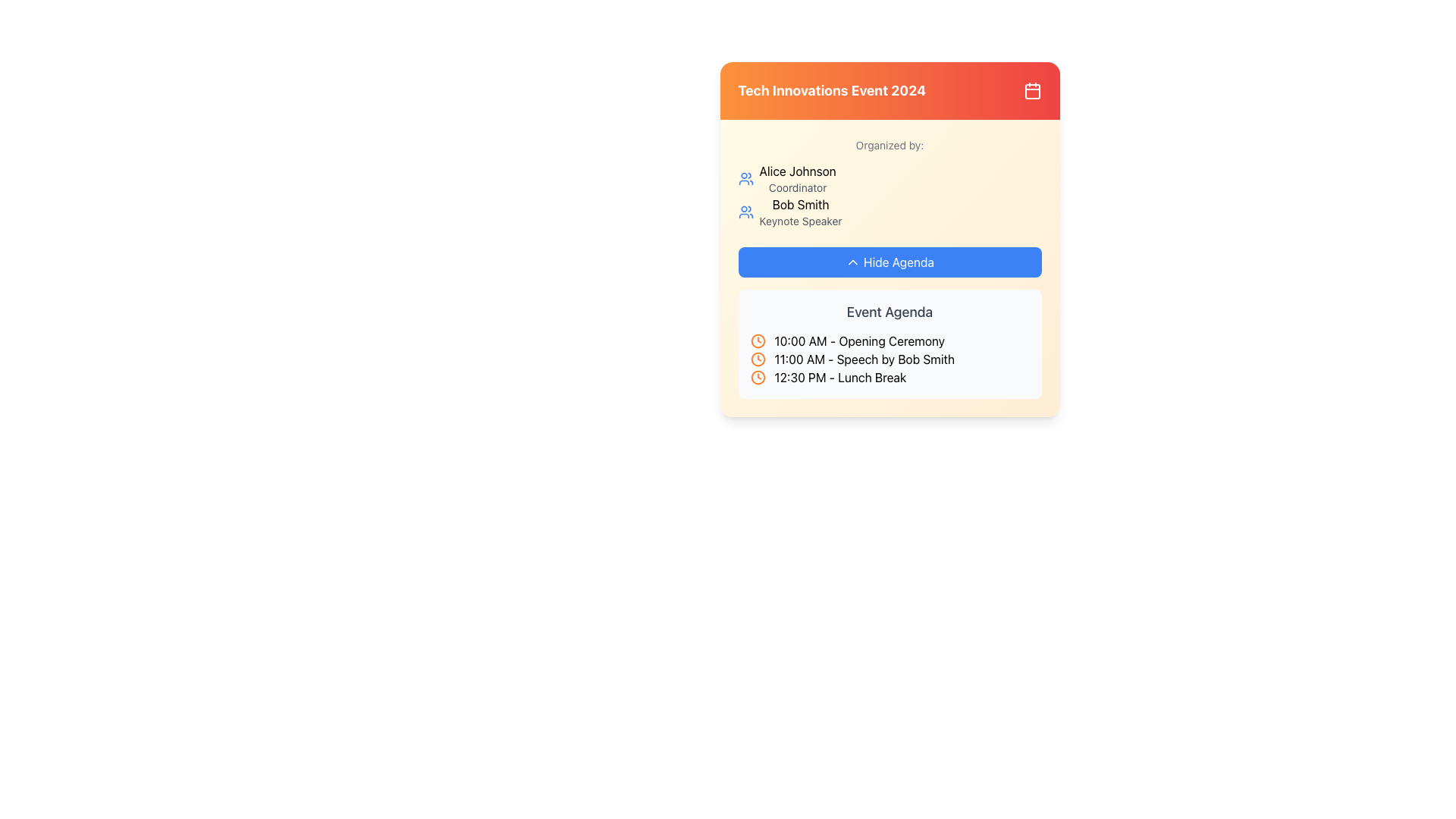  I want to click on the Information display block that presents details about the event's organizers, located within the 'Tech Innovations Event 2024' panel, above the 'Hide Agenda' button, so click(890, 207).